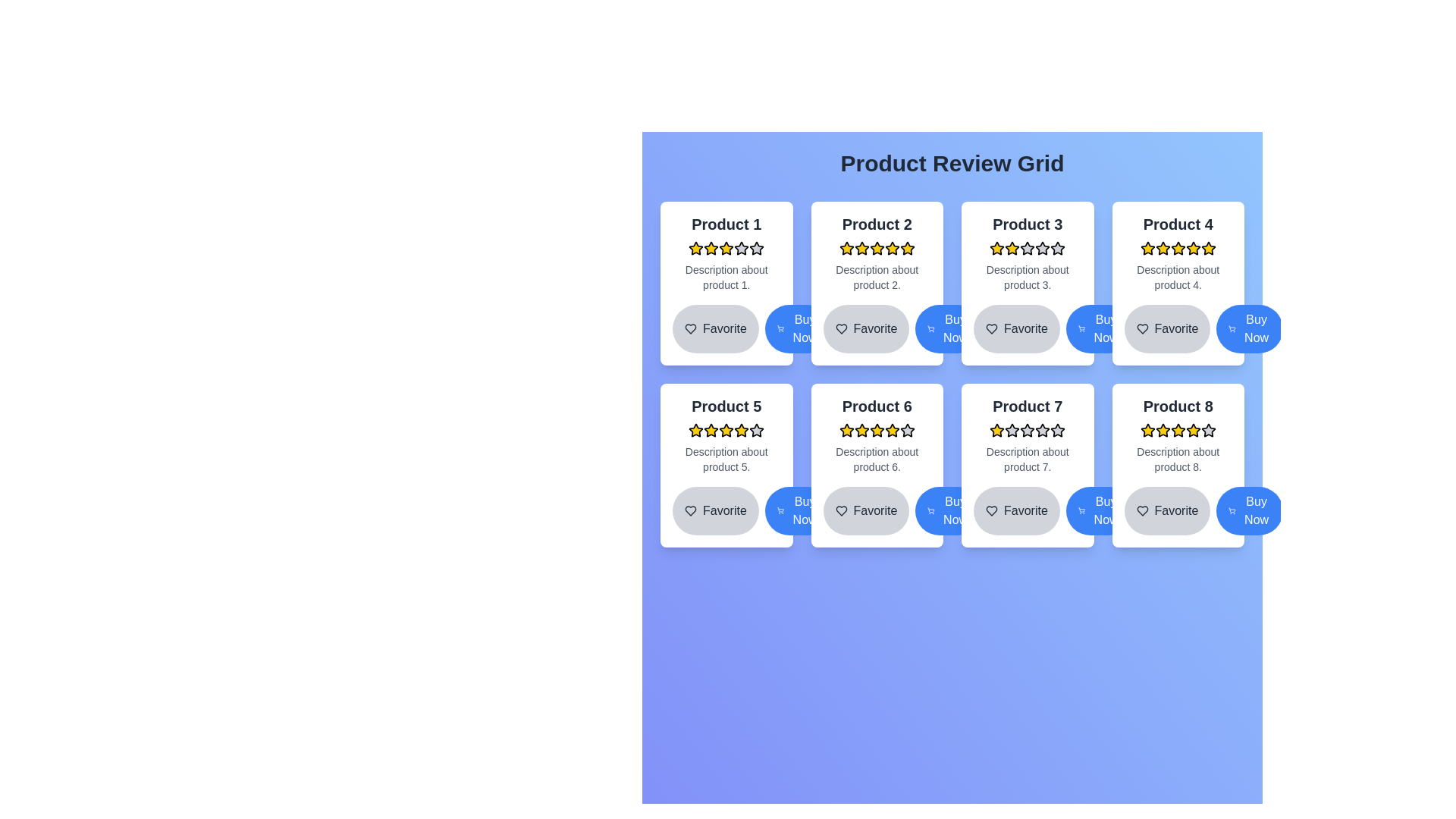 The height and width of the screenshot is (819, 1456). I want to click on the button located at the bottom left of the 'Product 6' card to mark the product as a favorite item, so click(877, 511).